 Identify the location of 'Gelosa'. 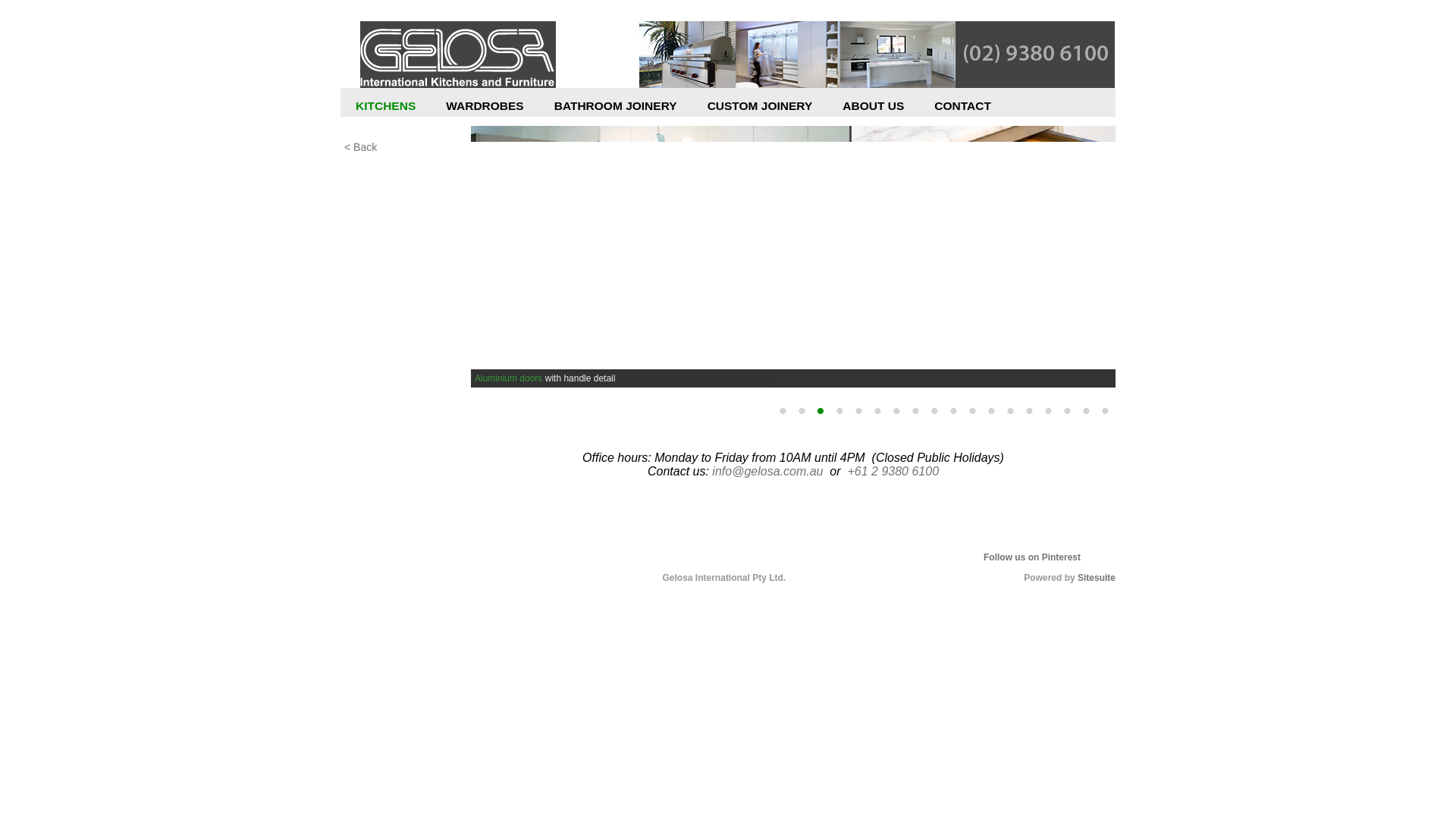
(457, 55).